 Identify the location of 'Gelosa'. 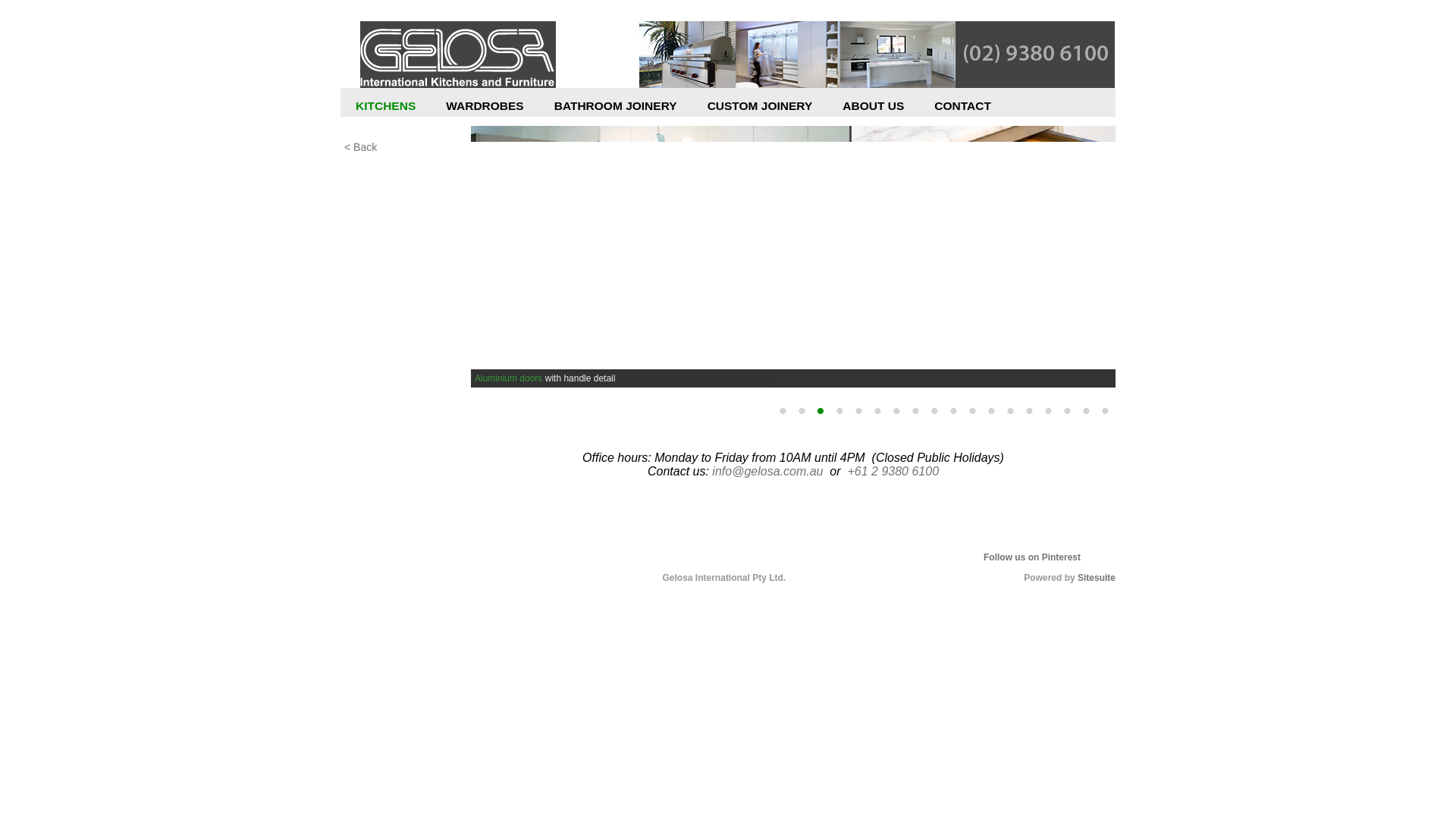
(457, 55).